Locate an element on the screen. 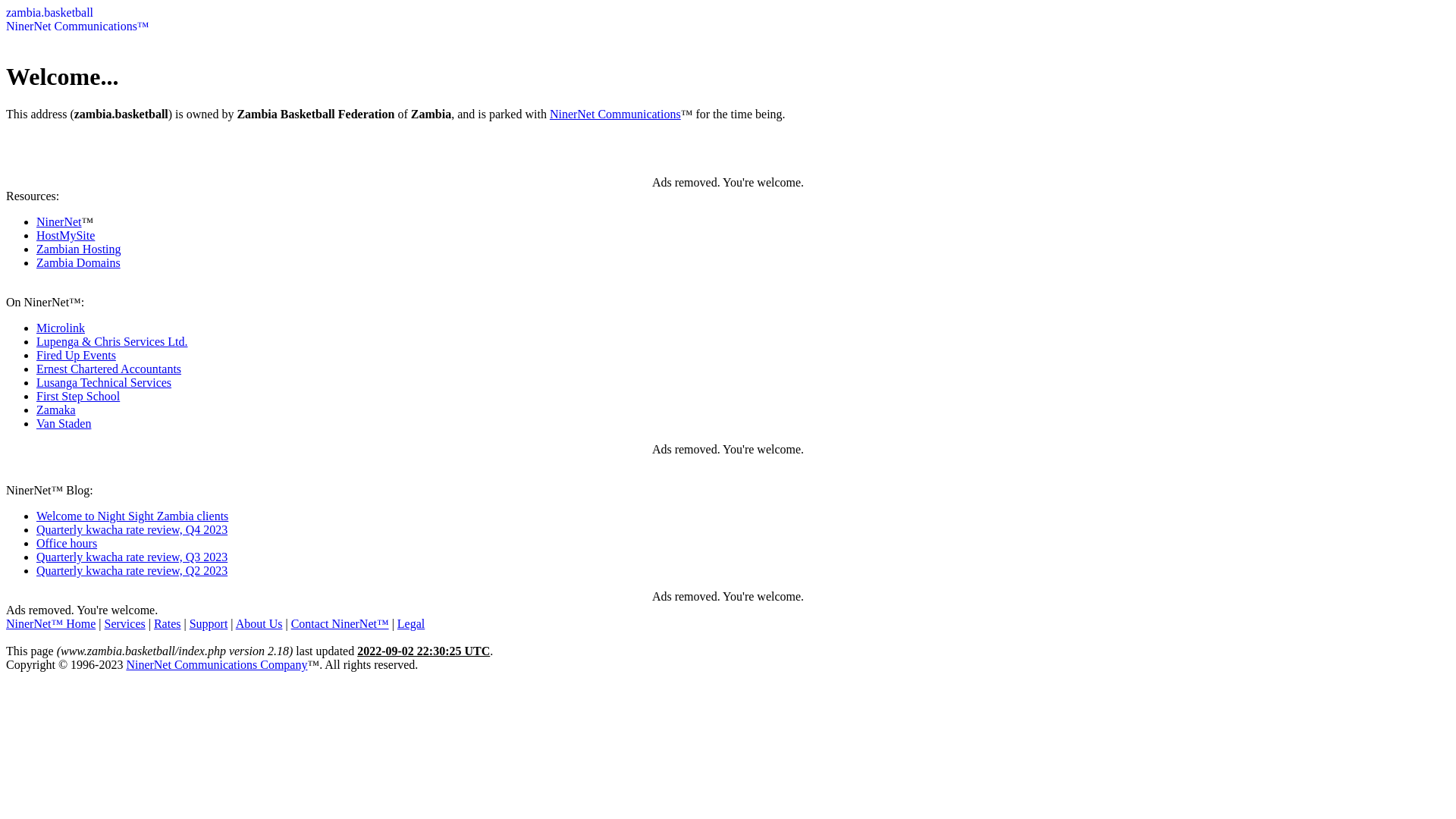 This screenshot has width=1456, height=819. 'HostMySite' is located at coordinates (64, 235).